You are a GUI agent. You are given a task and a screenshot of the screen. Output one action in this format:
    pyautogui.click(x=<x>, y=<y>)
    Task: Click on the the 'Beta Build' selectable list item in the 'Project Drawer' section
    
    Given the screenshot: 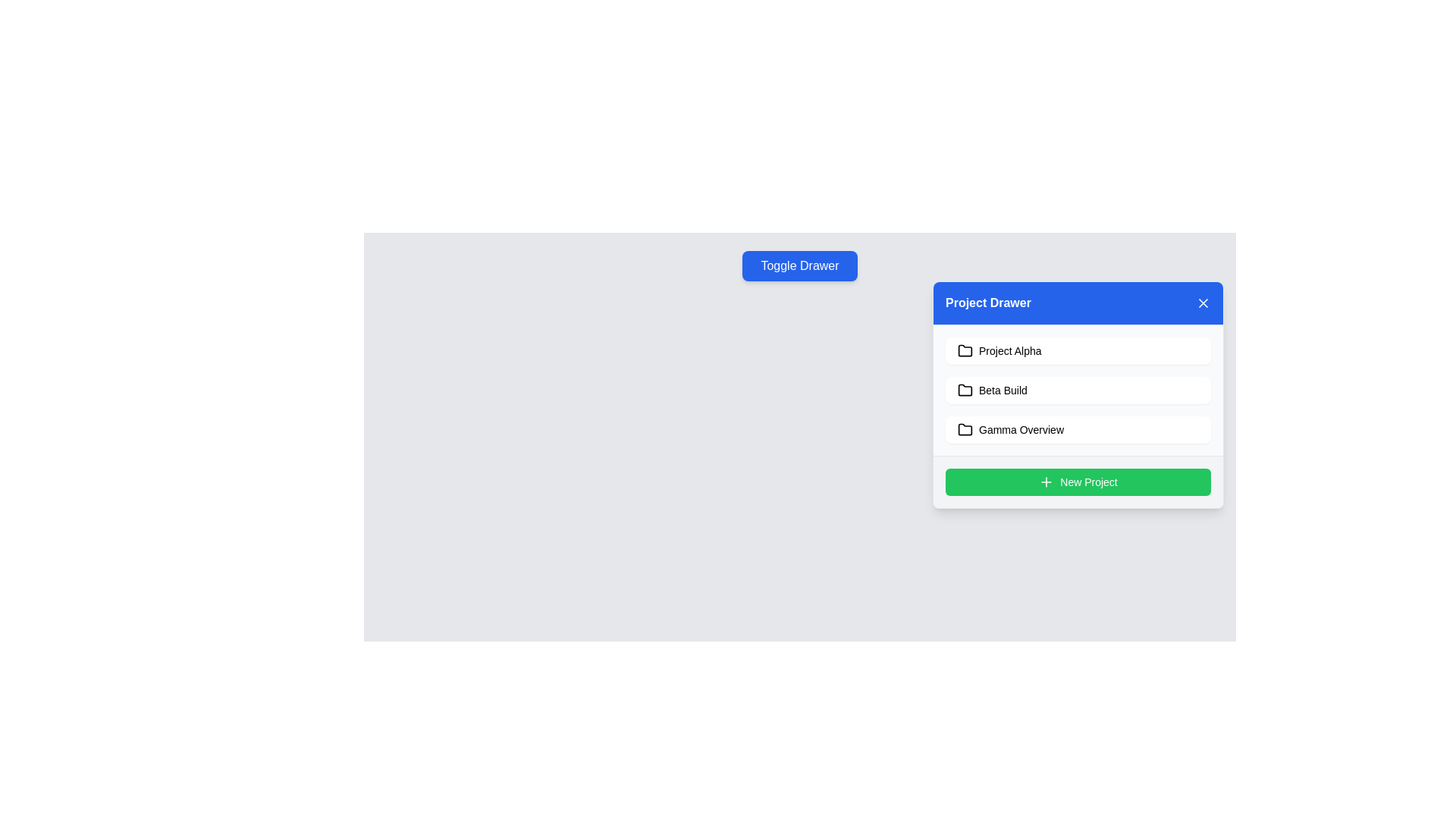 What is the action you would take?
    pyautogui.click(x=1077, y=390)
    